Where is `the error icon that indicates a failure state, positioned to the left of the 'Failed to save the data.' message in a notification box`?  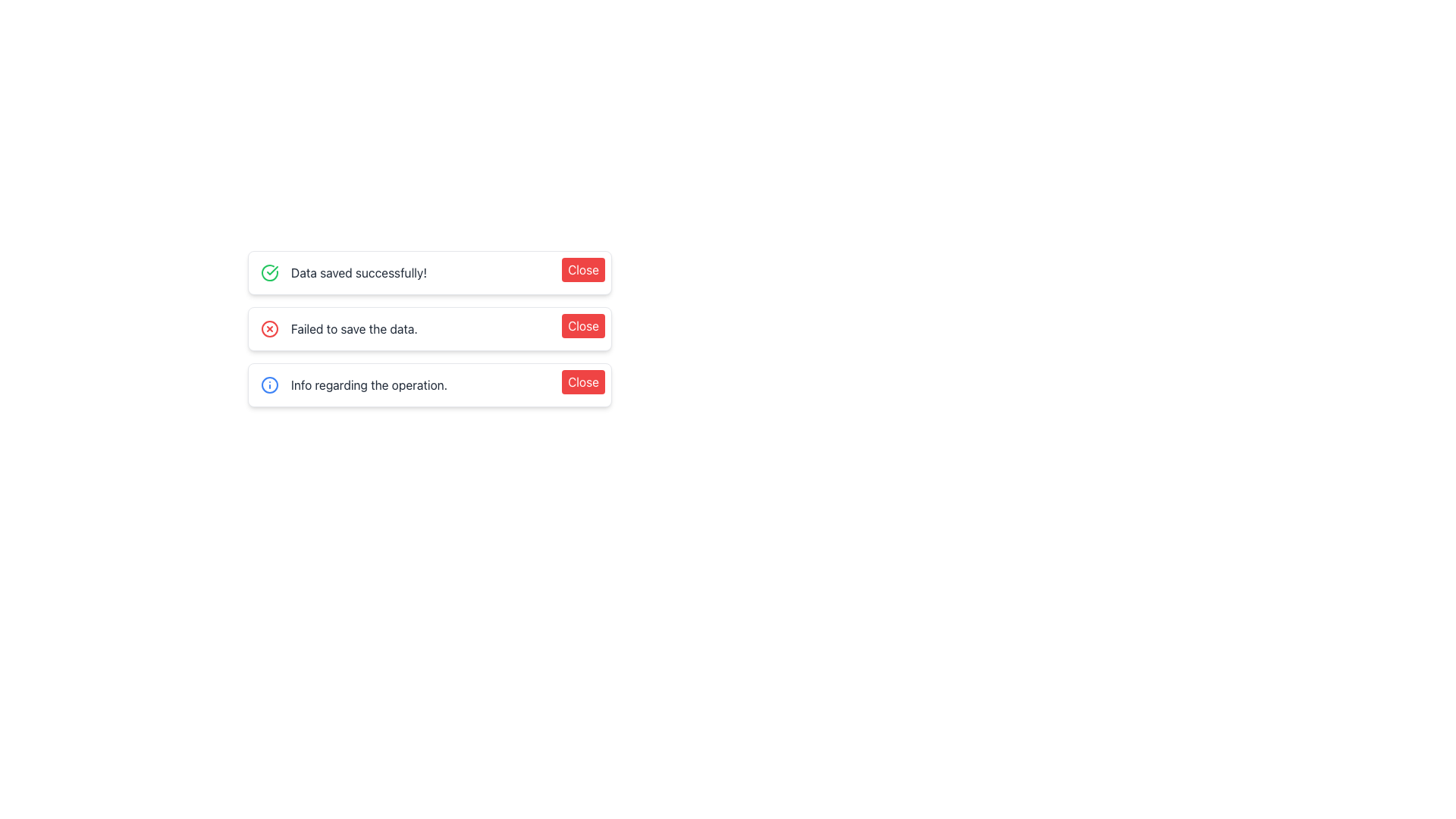 the error icon that indicates a failure state, positioned to the left of the 'Failed to save the data.' message in a notification box is located at coordinates (269, 328).